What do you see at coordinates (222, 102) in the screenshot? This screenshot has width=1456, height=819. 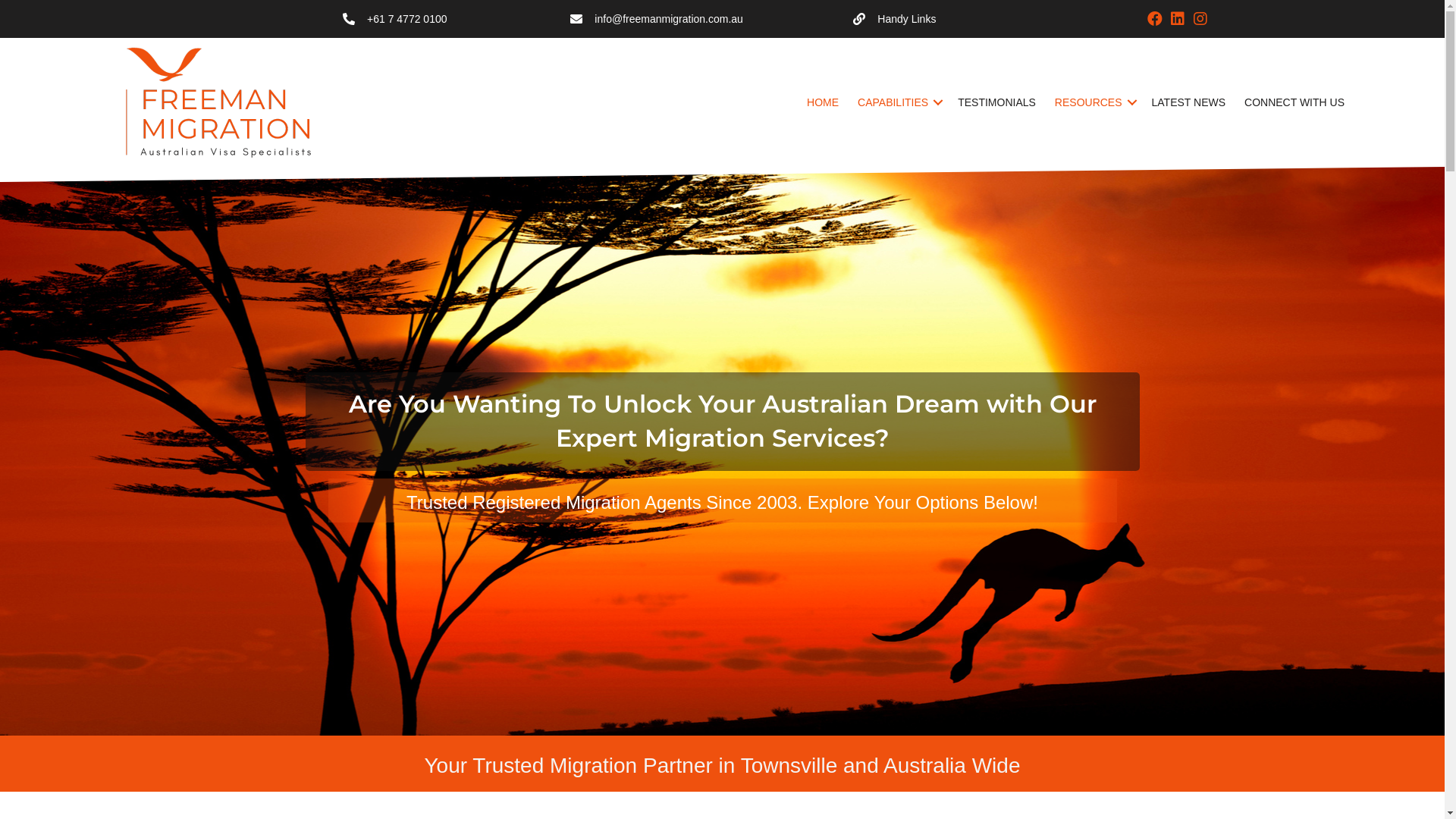 I see `'Freeman Migration logo'` at bounding box center [222, 102].